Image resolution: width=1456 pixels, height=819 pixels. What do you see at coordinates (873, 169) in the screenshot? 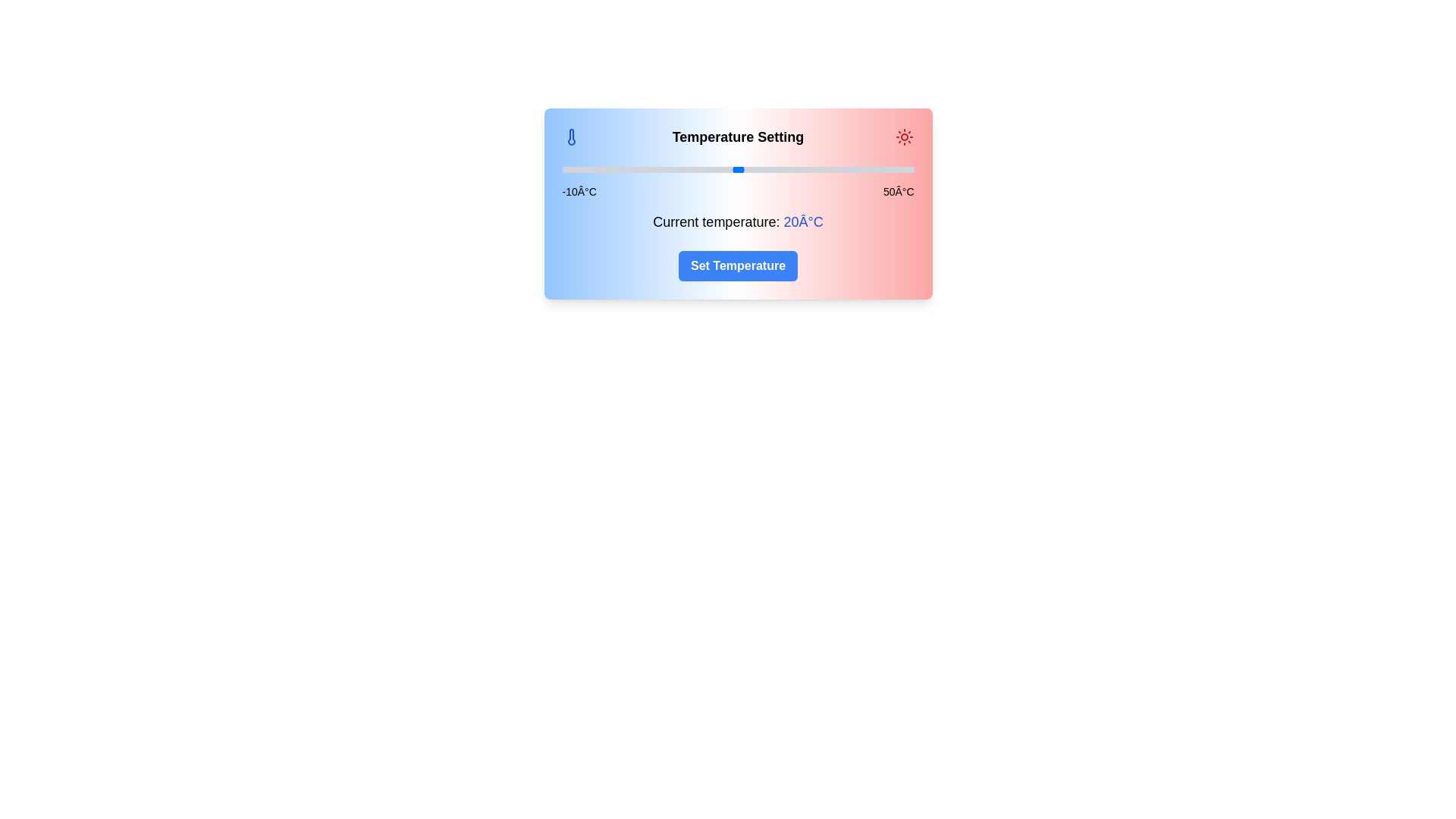
I see `the slider to set the temperature to 43°C` at bounding box center [873, 169].